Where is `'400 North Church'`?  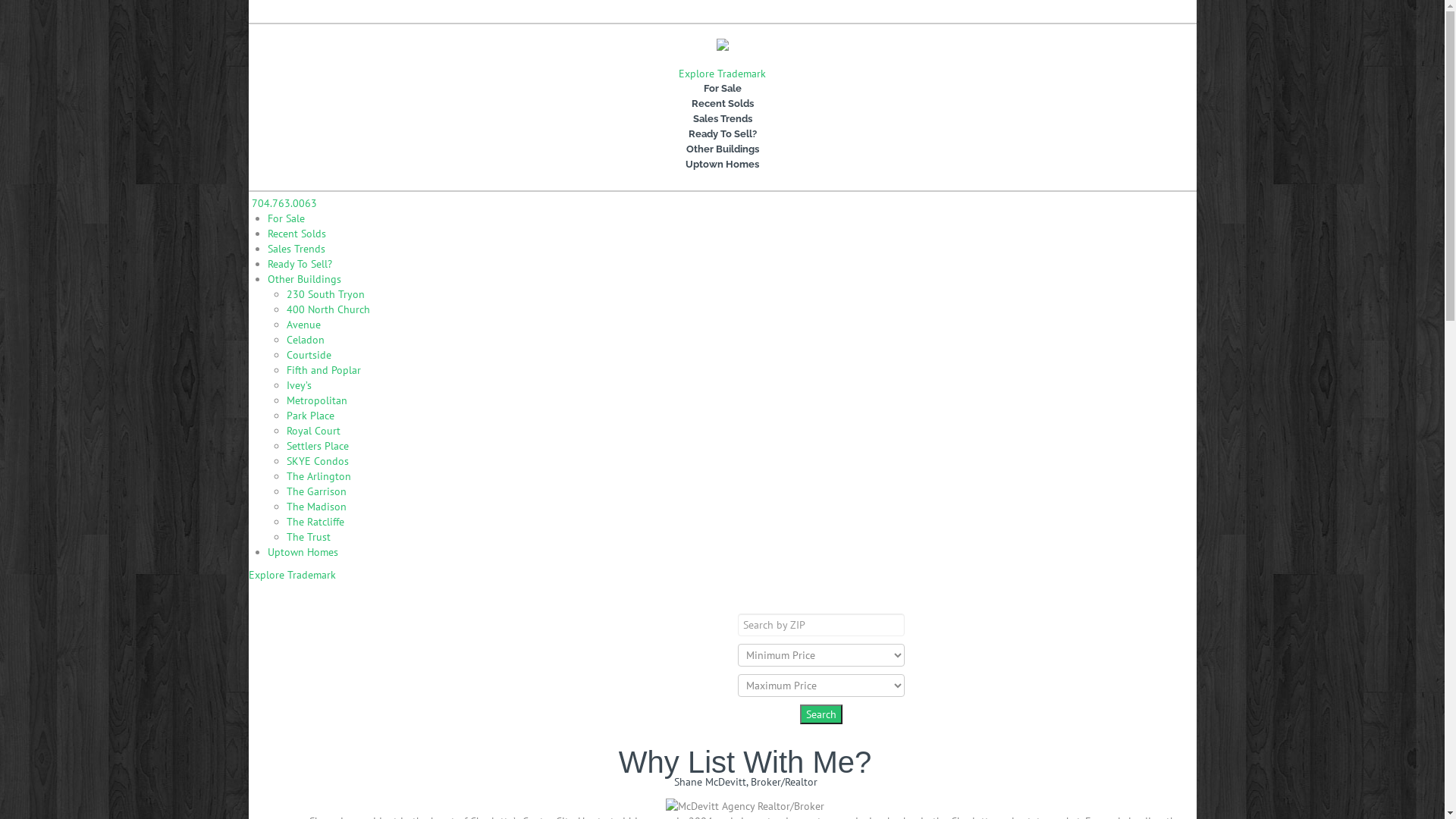
'400 North Church' is located at coordinates (327, 309).